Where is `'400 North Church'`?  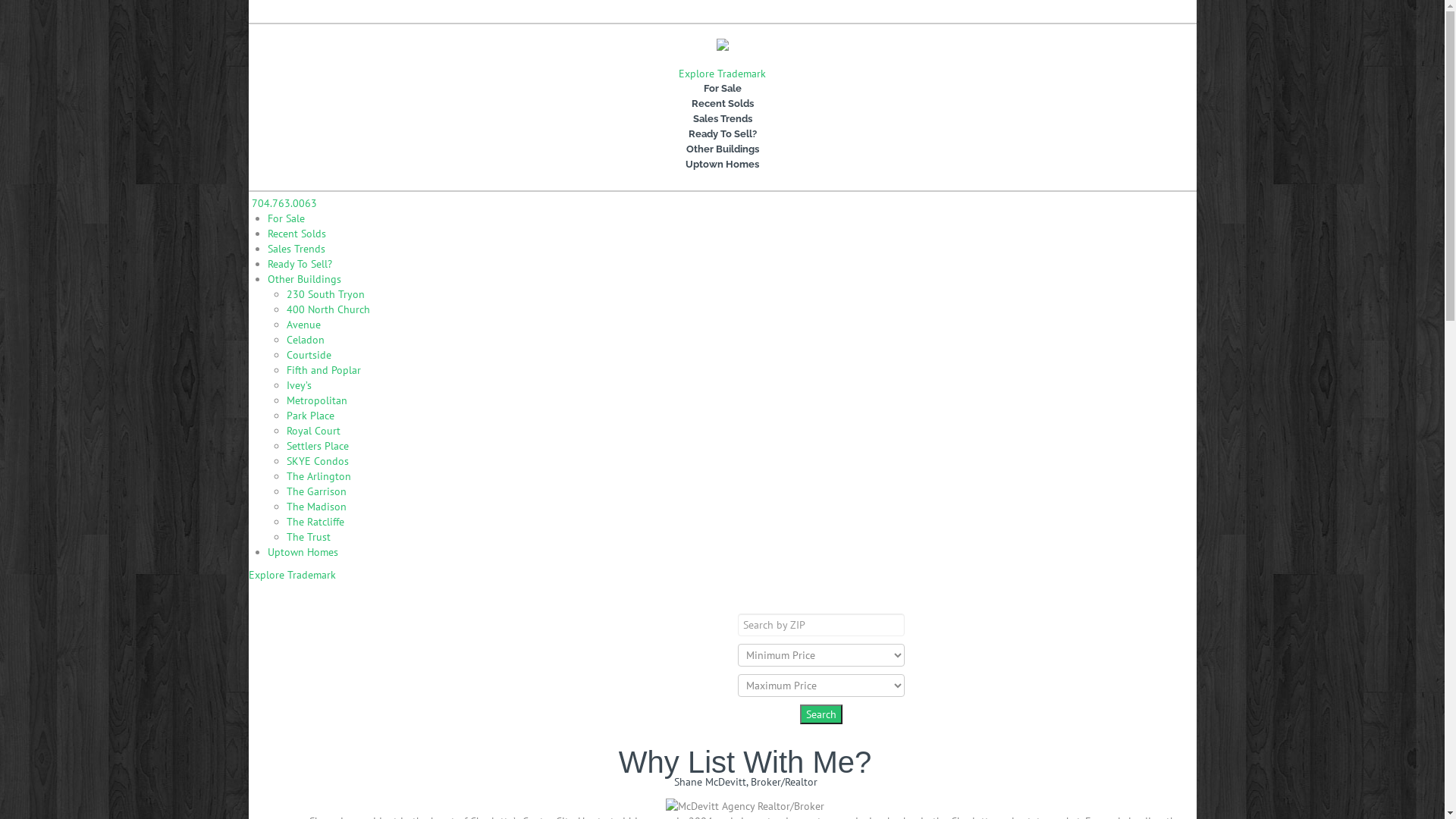
'400 North Church' is located at coordinates (327, 309).